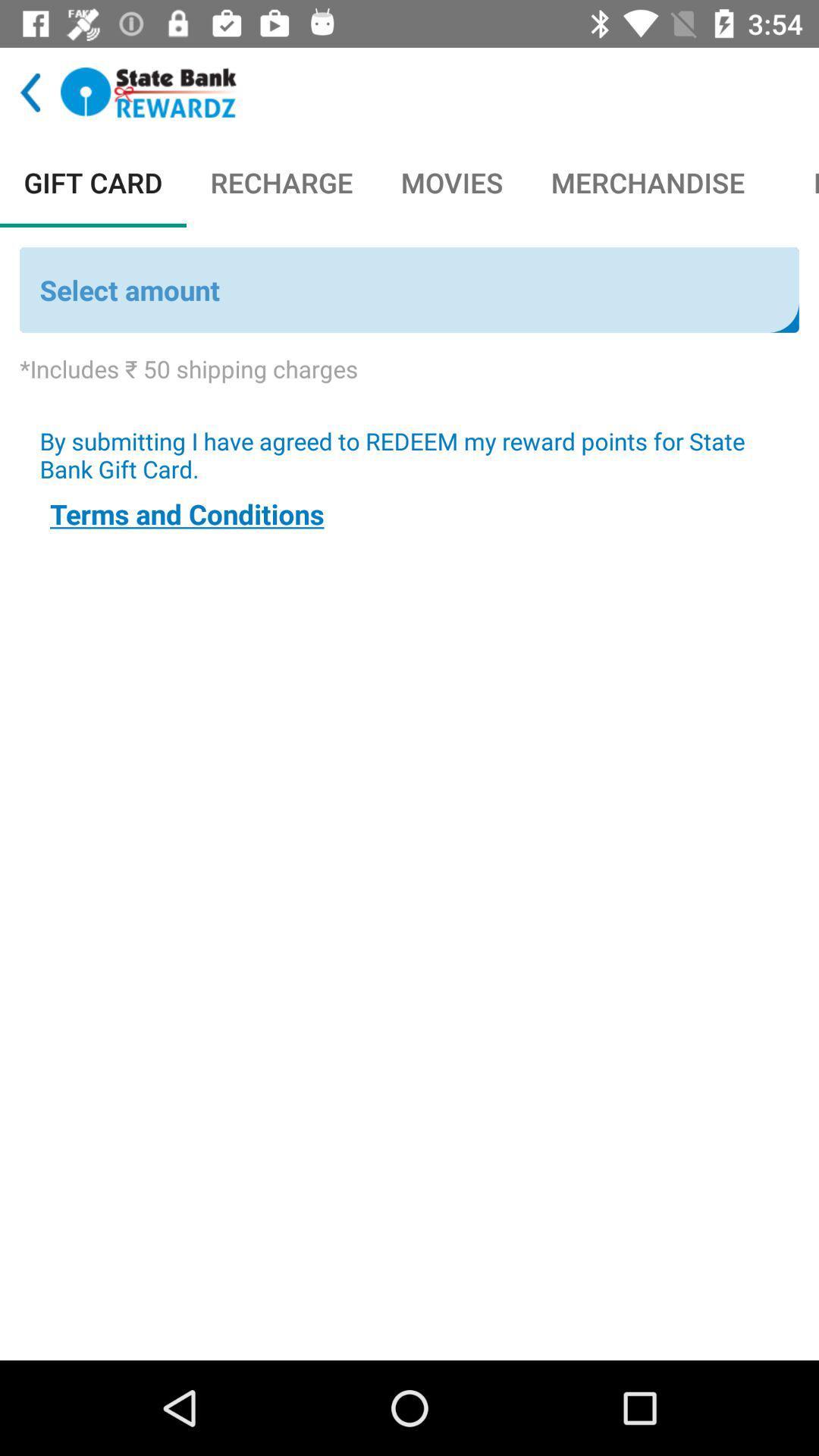 The height and width of the screenshot is (1456, 819). Describe the element at coordinates (186, 513) in the screenshot. I see `the app below the by submitting i` at that location.